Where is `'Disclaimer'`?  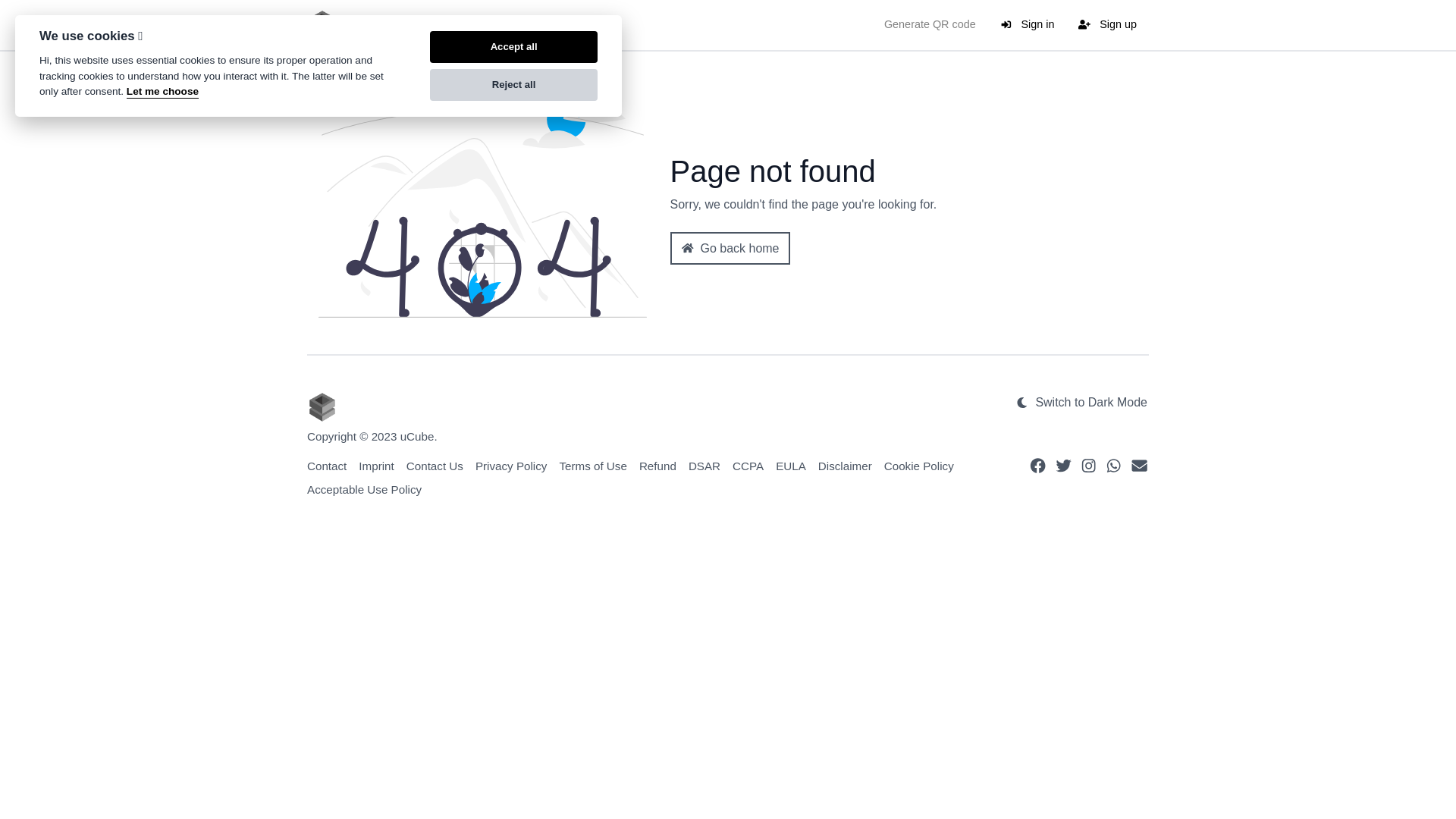
'Disclaimer' is located at coordinates (844, 465).